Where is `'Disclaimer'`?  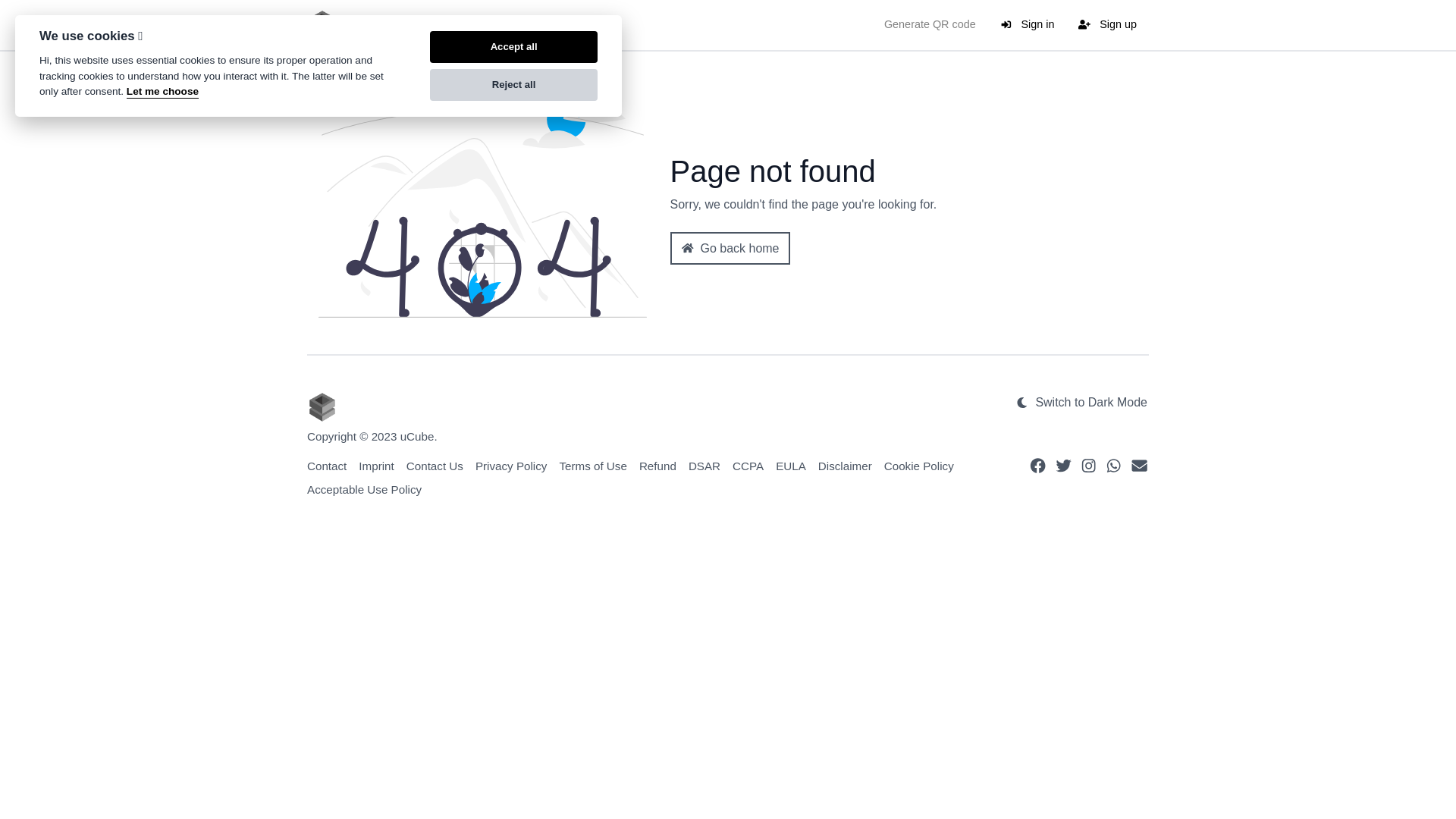
'Disclaimer' is located at coordinates (844, 465).